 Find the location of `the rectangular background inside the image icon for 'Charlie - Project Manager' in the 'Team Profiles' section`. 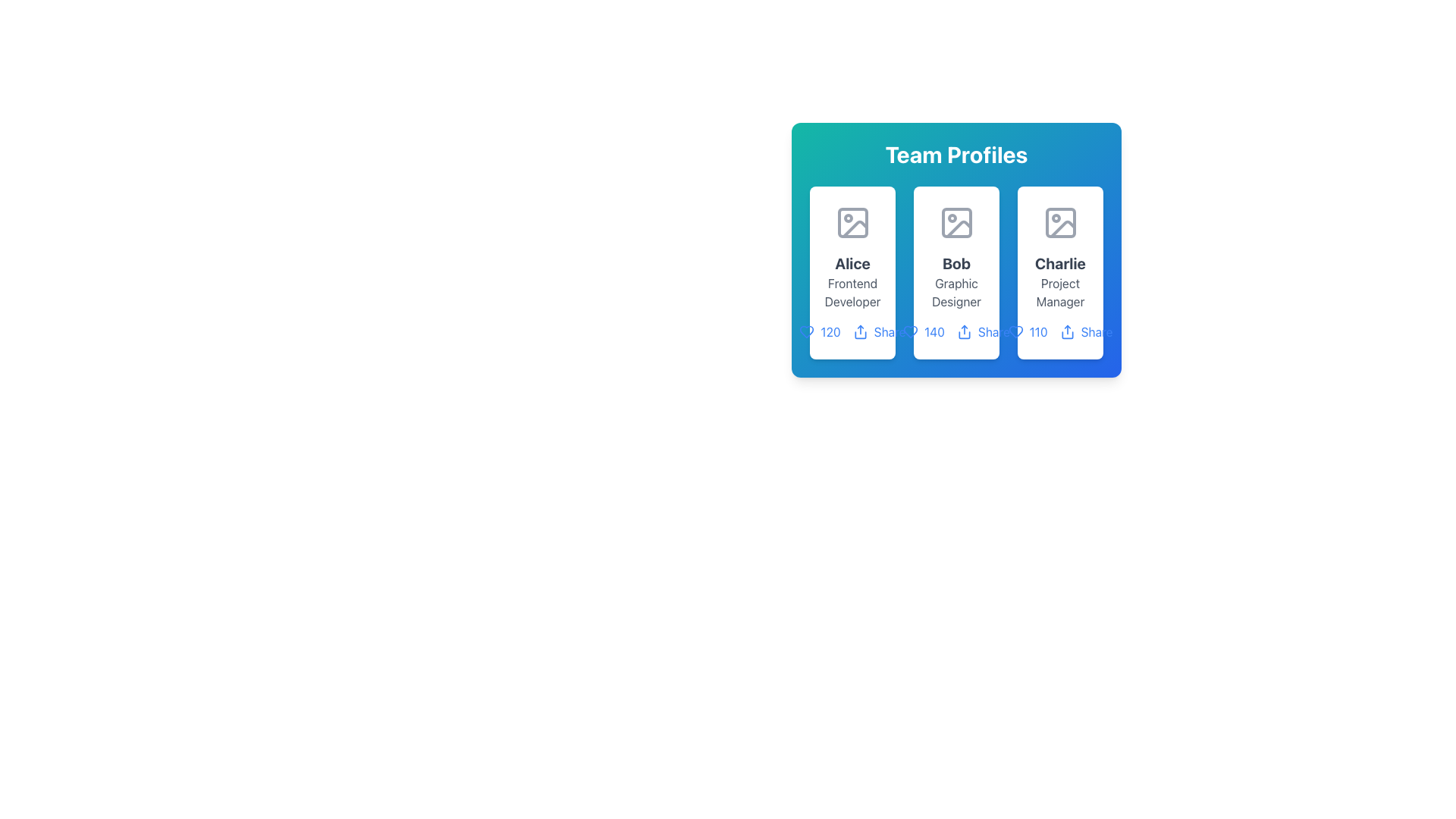

the rectangular background inside the image icon for 'Charlie - Project Manager' in the 'Team Profiles' section is located at coordinates (1059, 222).